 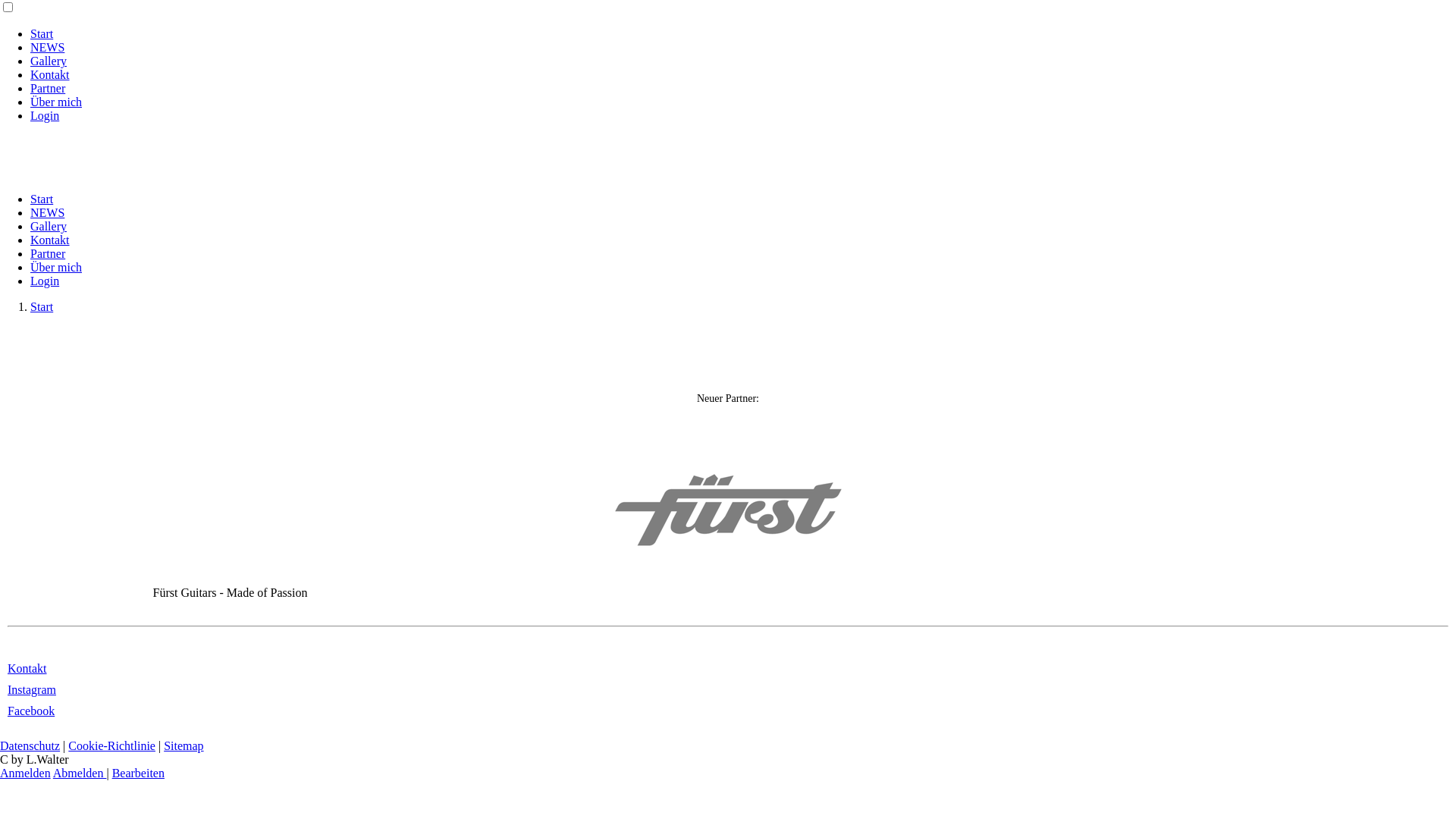 What do you see at coordinates (111, 745) in the screenshot?
I see `'Cookie-Richtlinie'` at bounding box center [111, 745].